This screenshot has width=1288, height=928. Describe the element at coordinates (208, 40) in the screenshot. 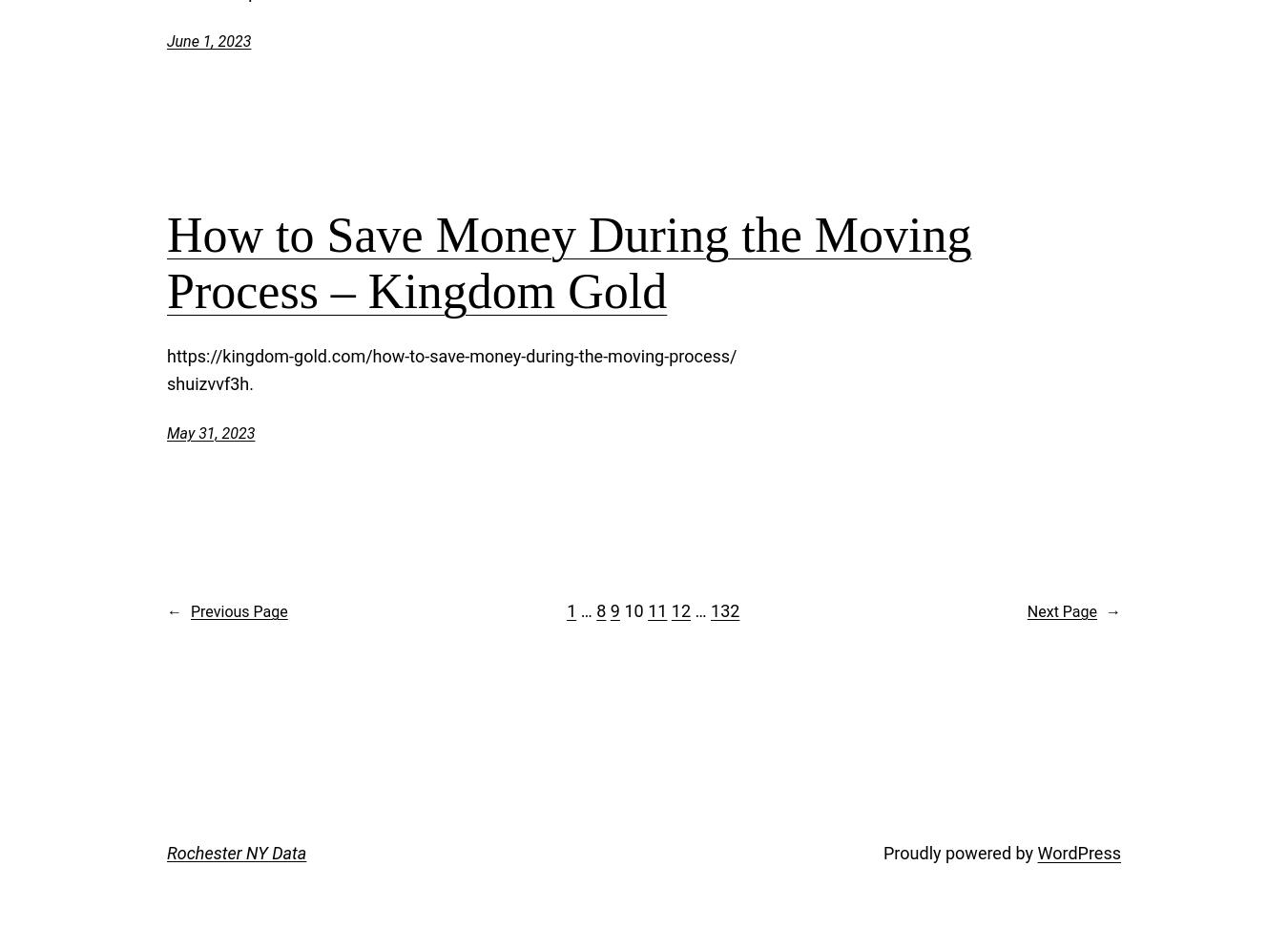

I see `'June 1, 2023'` at that location.